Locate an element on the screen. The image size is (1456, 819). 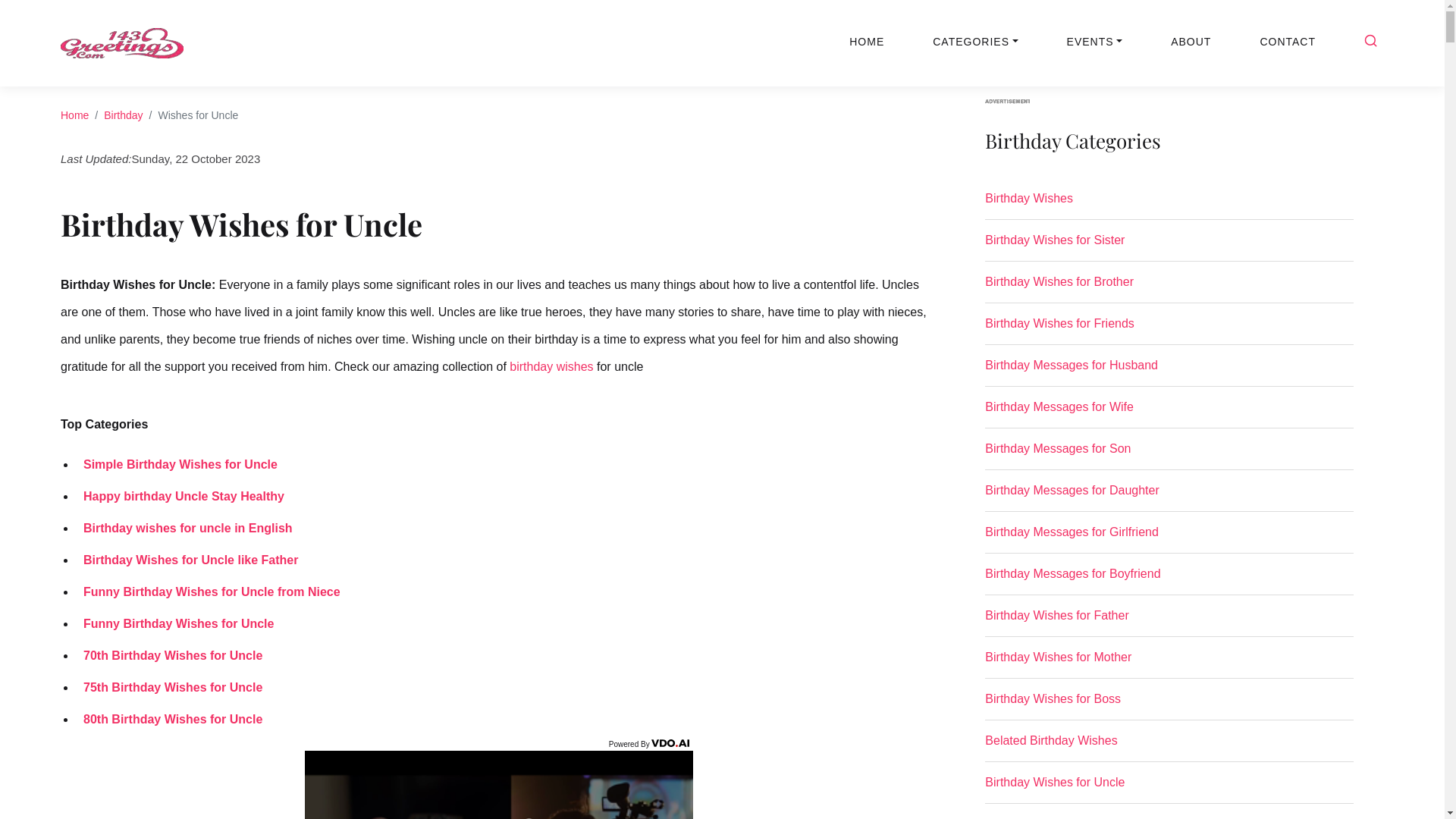
'Funny Birthday Wishes for Uncle from Niece' is located at coordinates (207, 591).